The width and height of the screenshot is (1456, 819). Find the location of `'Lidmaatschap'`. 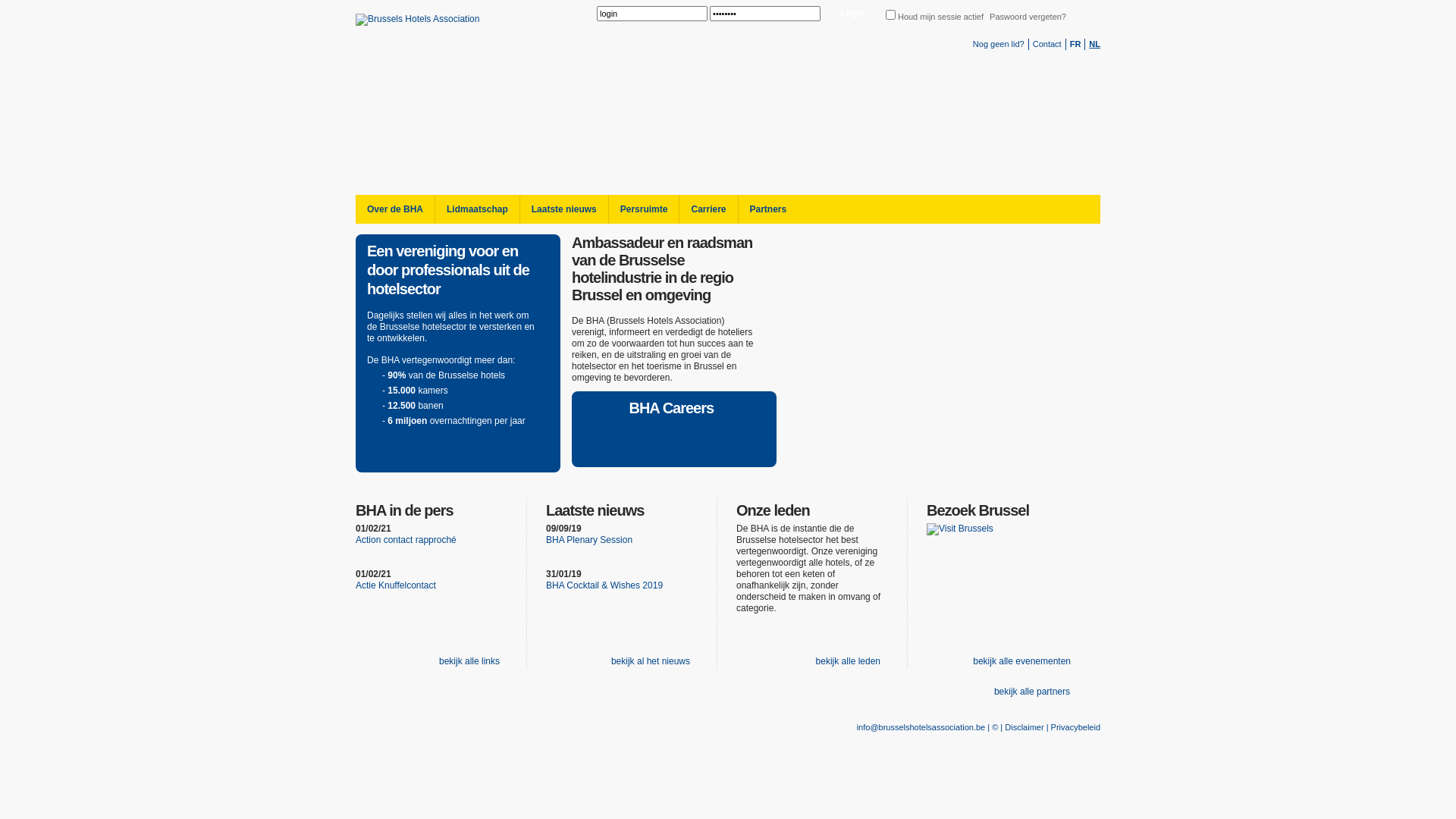

'Lidmaatschap' is located at coordinates (475, 209).